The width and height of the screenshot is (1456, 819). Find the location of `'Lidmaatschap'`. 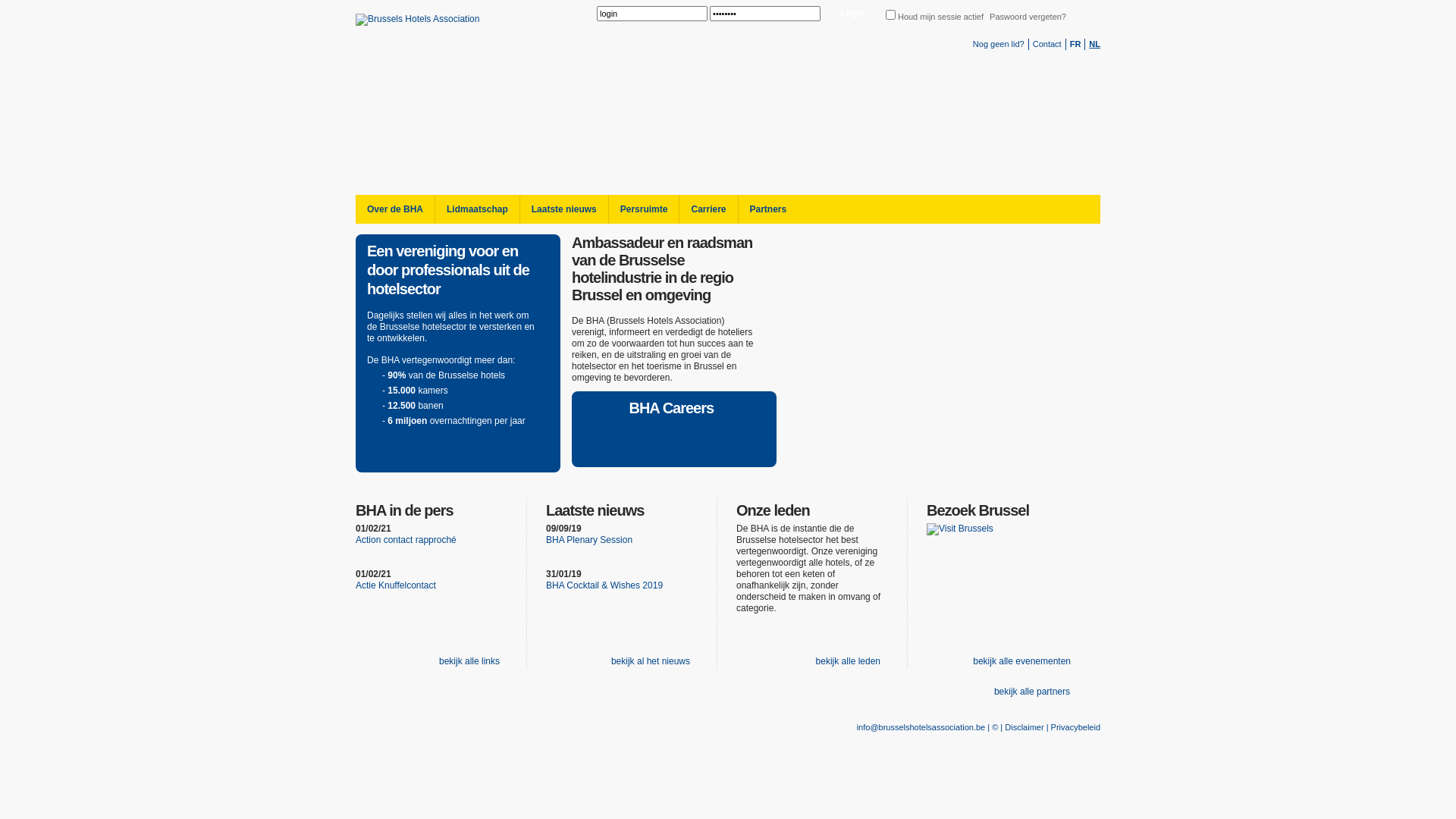

'Lidmaatschap' is located at coordinates (475, 209).